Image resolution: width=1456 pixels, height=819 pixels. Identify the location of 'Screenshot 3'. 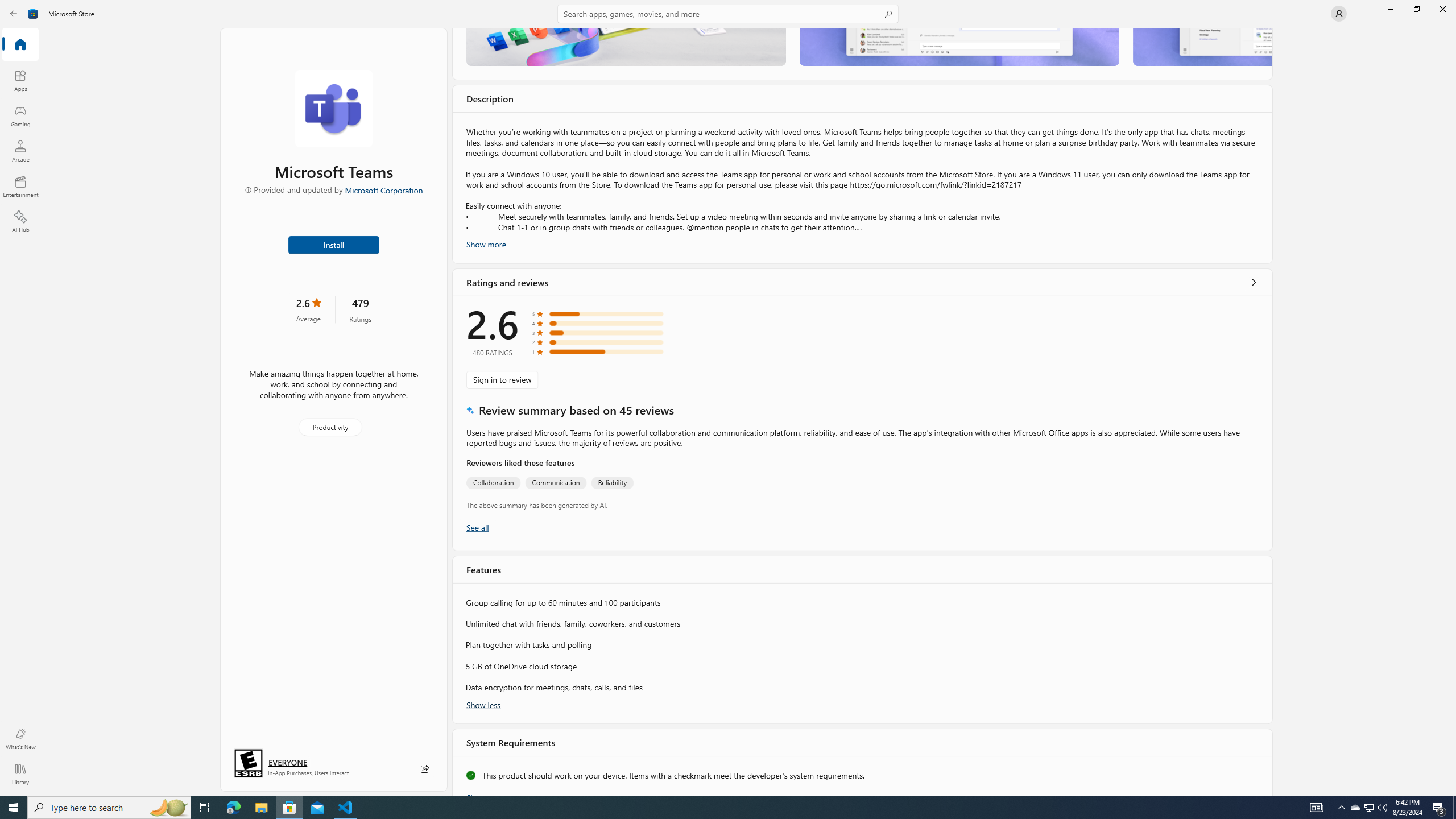
(1201, 46).